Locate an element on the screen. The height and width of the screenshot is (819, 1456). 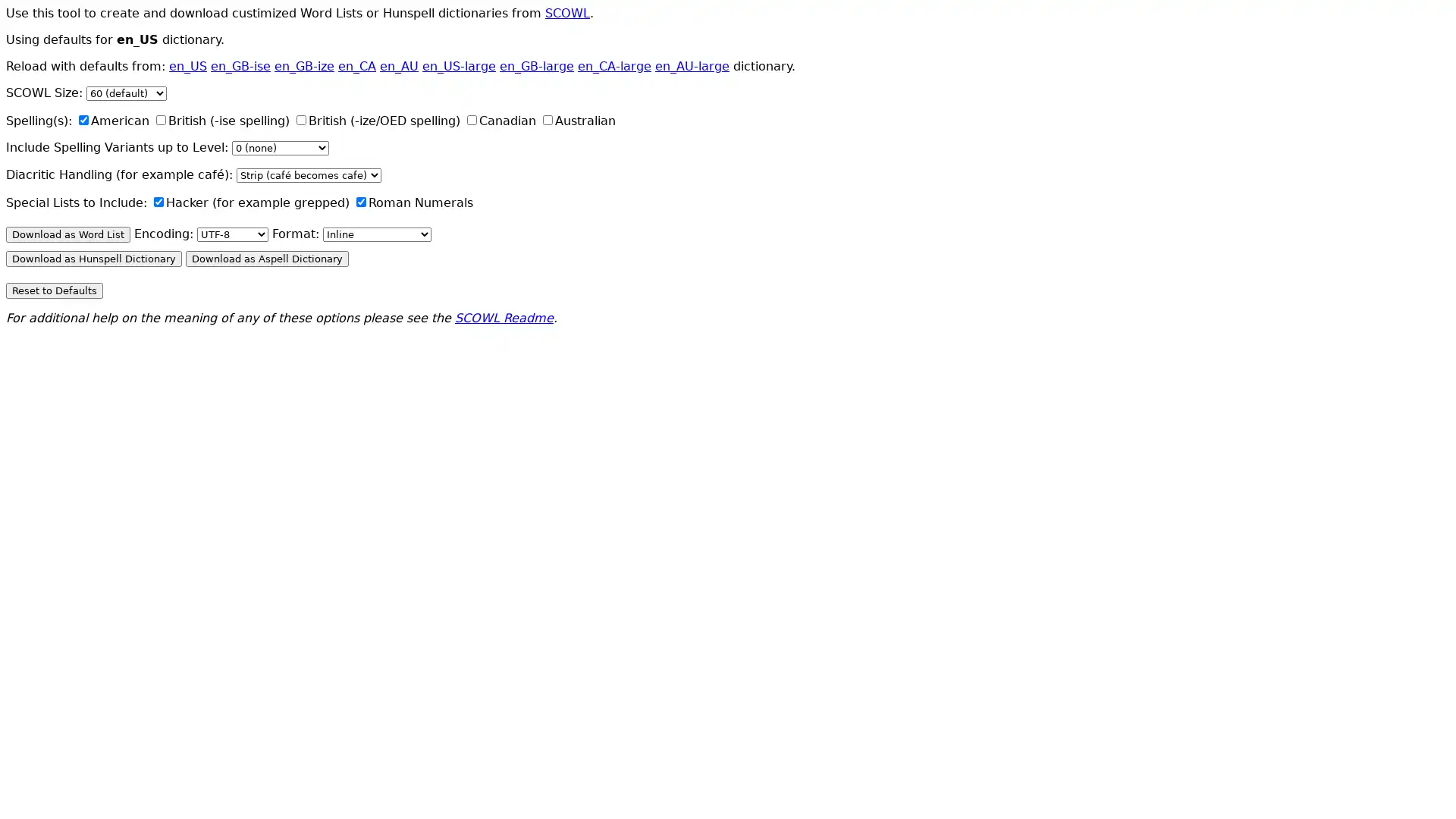
Download as Aspell Dictionary is located at coordinates (267, 258).